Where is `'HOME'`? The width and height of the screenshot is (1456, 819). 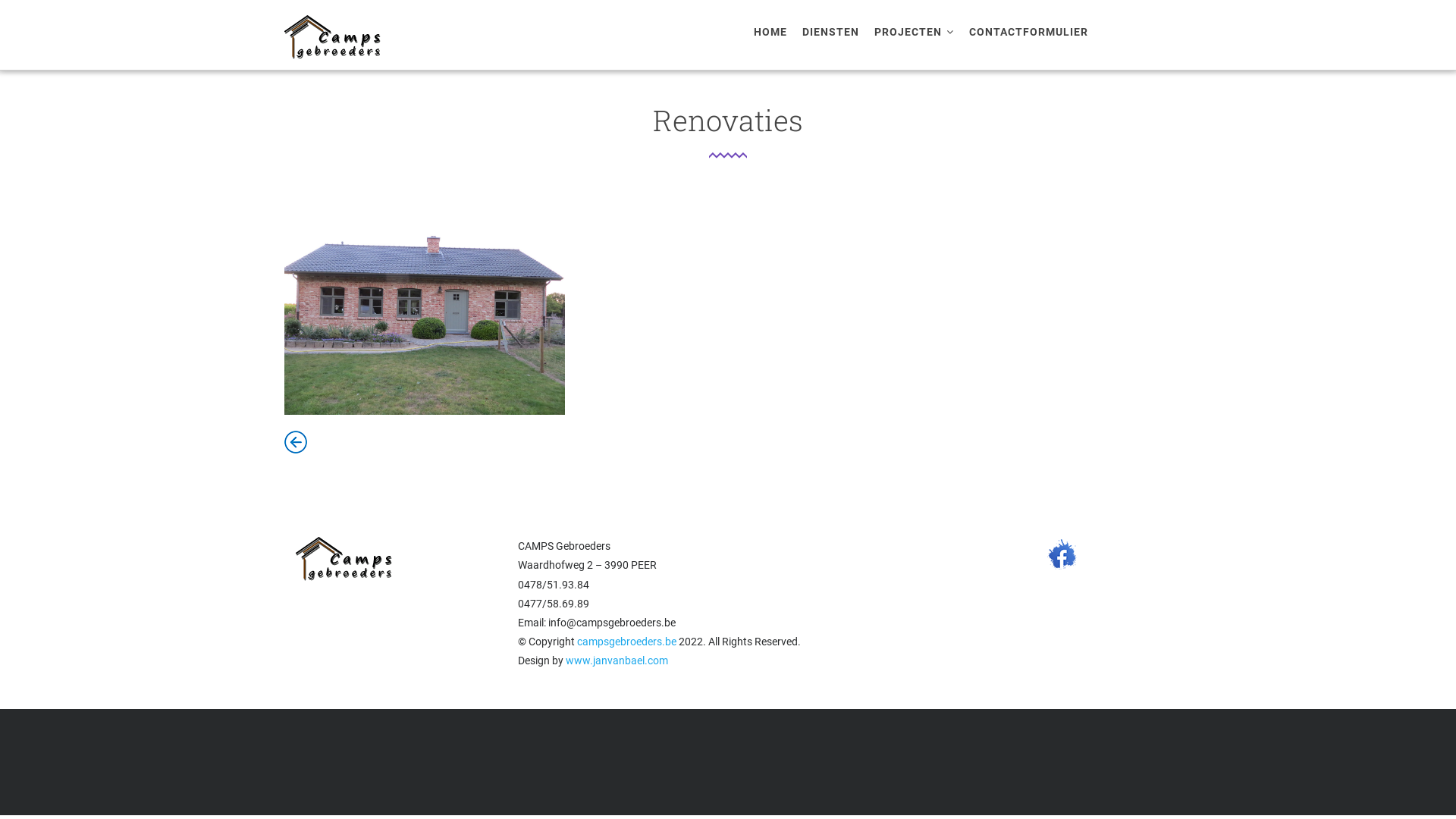 'HOME' is located at coordinates (770, 32).